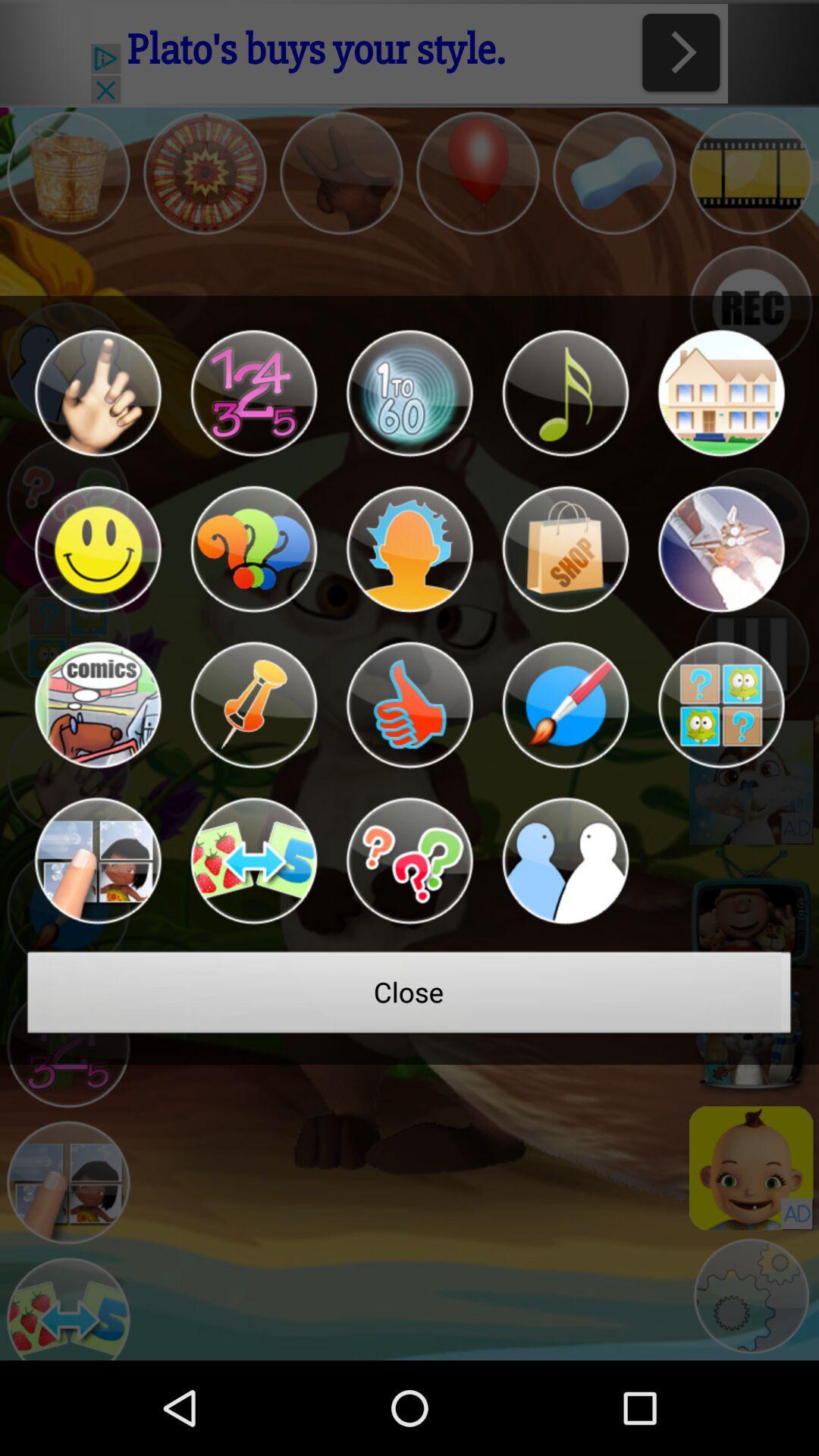 The height and width of the screenshot is (1456, 819). I want to click on open a hairstyle menu, so click(409, 548).